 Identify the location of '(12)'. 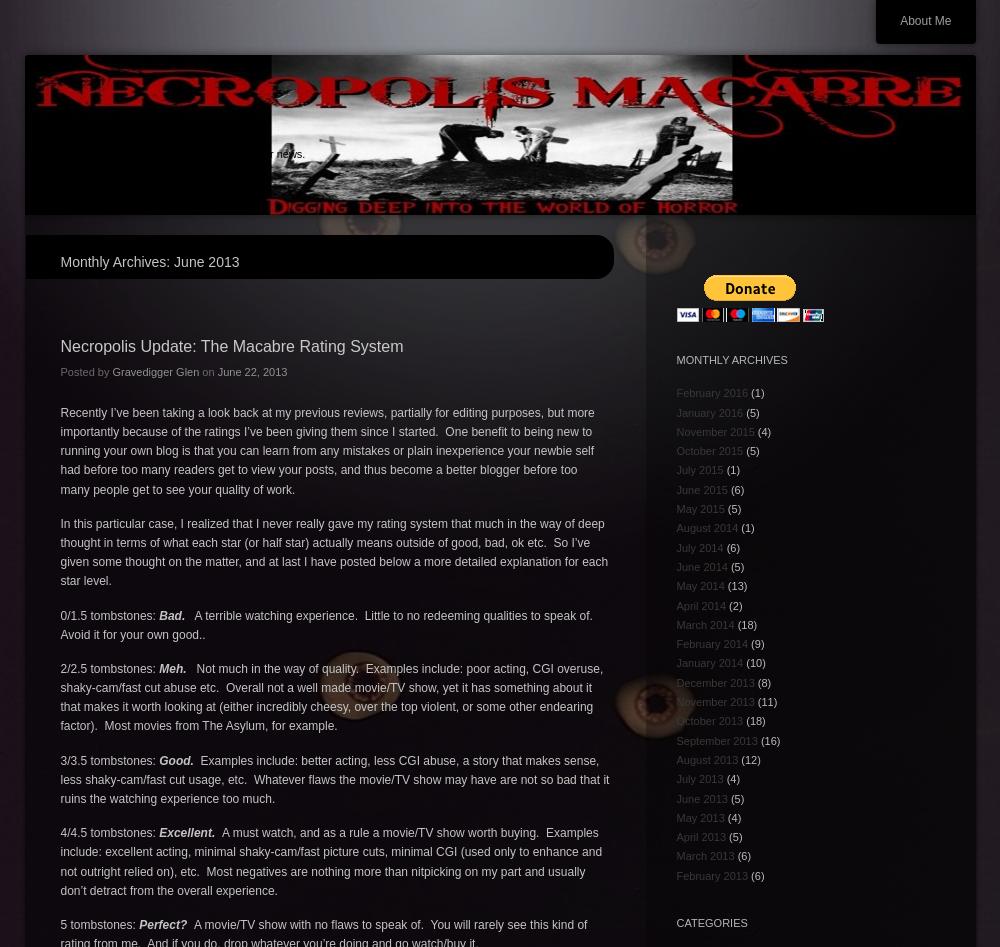
(737, 759).